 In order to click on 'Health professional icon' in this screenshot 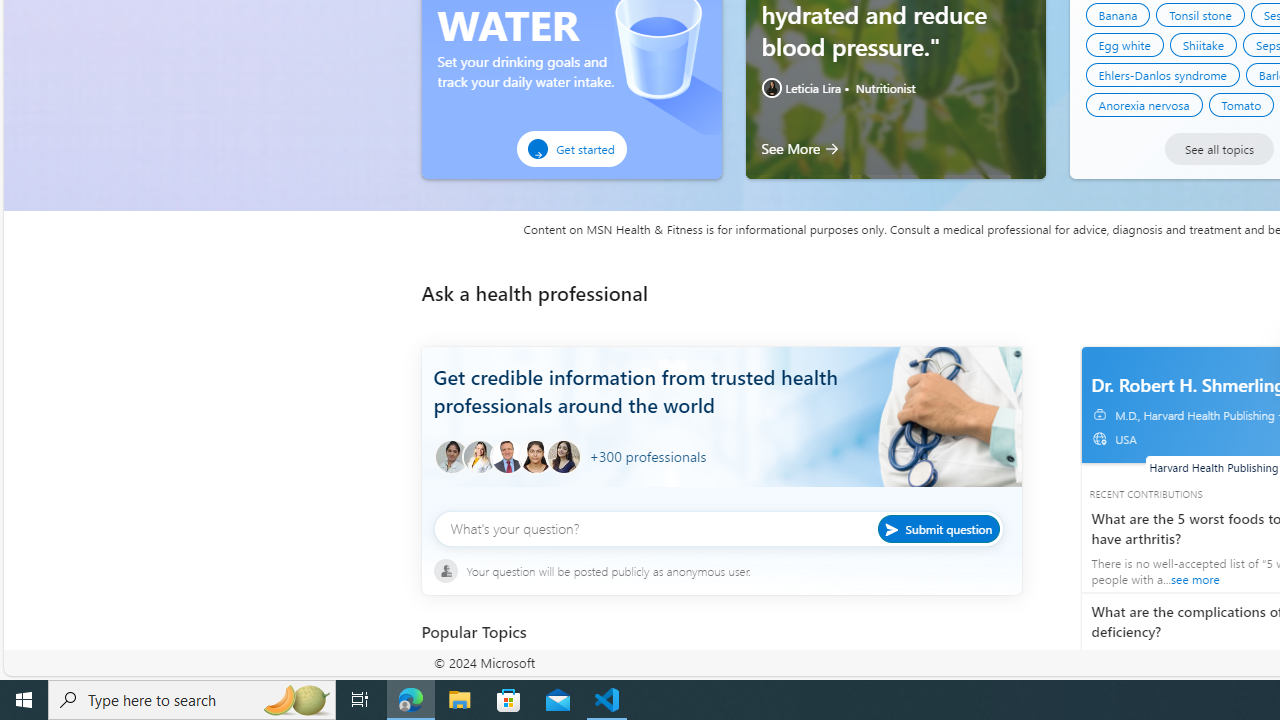, I will do `click(450, 457)`.